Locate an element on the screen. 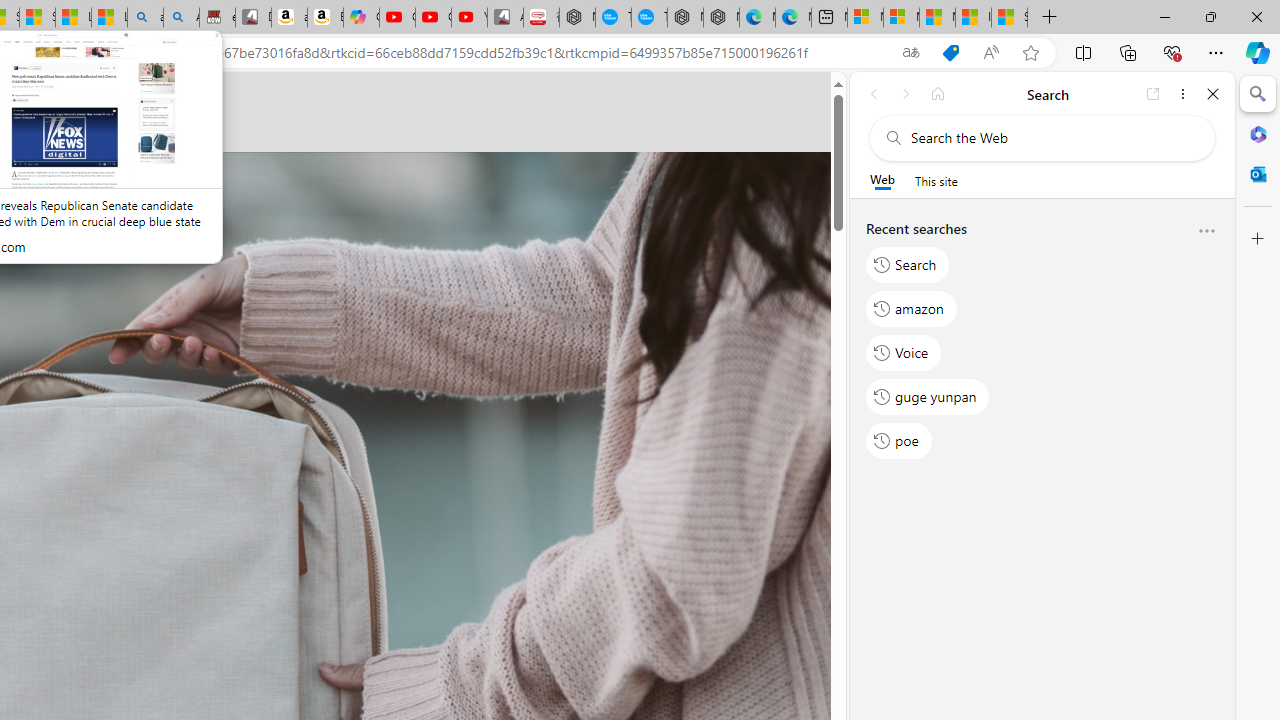 The height and width of the screenshot is (720, 1280). 'Copilot' is located at coordinates (361, 17).